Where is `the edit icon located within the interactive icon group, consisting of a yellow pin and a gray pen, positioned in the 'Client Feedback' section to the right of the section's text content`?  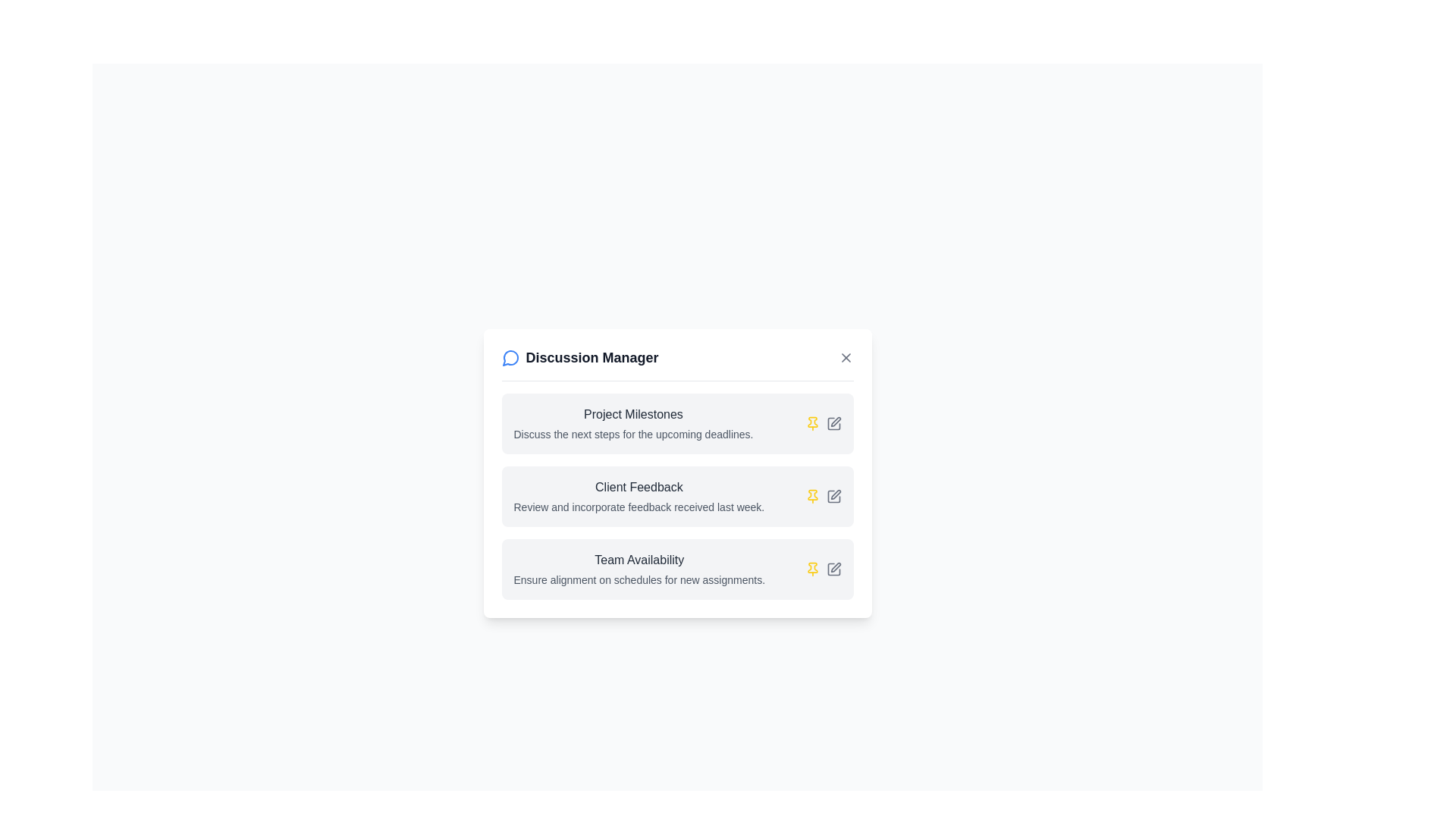 the edit icon located within the interactive icon group, consisting of a yellow pin and a gray pen, positioned in the 'Client Feedback' section to the right of the section's text content is located at coordinates (822, 496).